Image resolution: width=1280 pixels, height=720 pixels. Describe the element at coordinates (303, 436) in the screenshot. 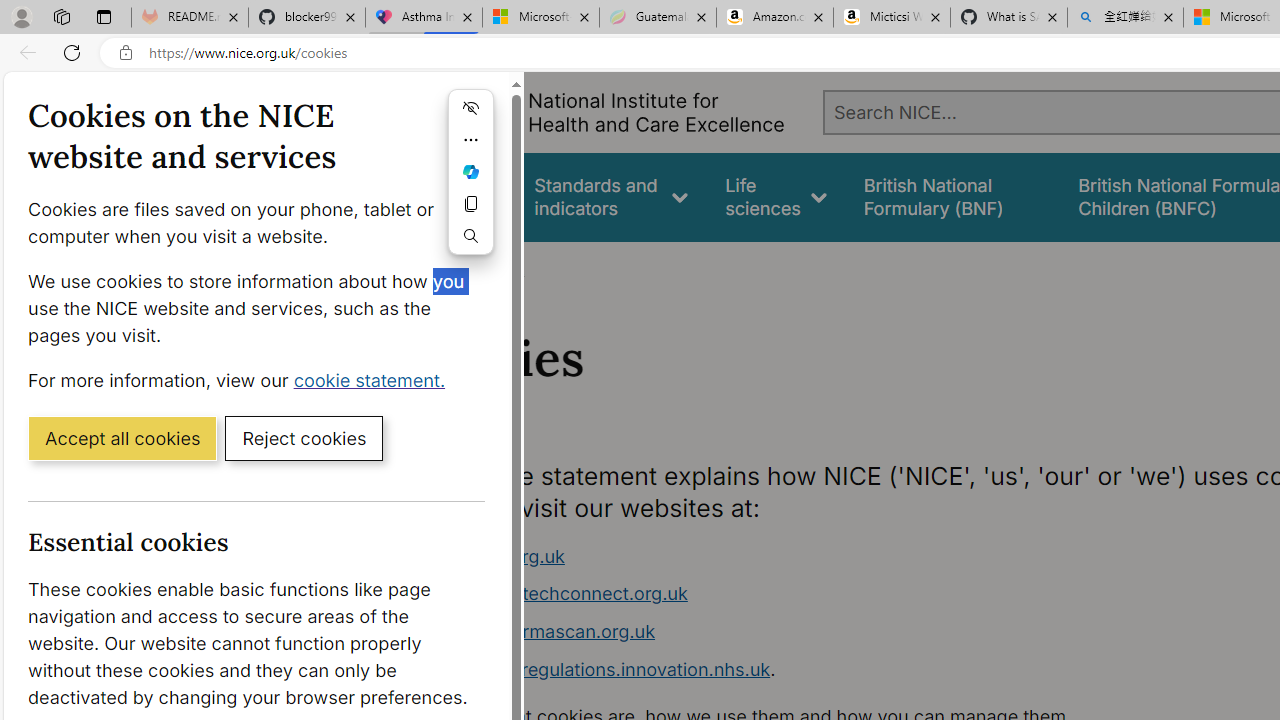

I see `'Reject cookies'` at that location.